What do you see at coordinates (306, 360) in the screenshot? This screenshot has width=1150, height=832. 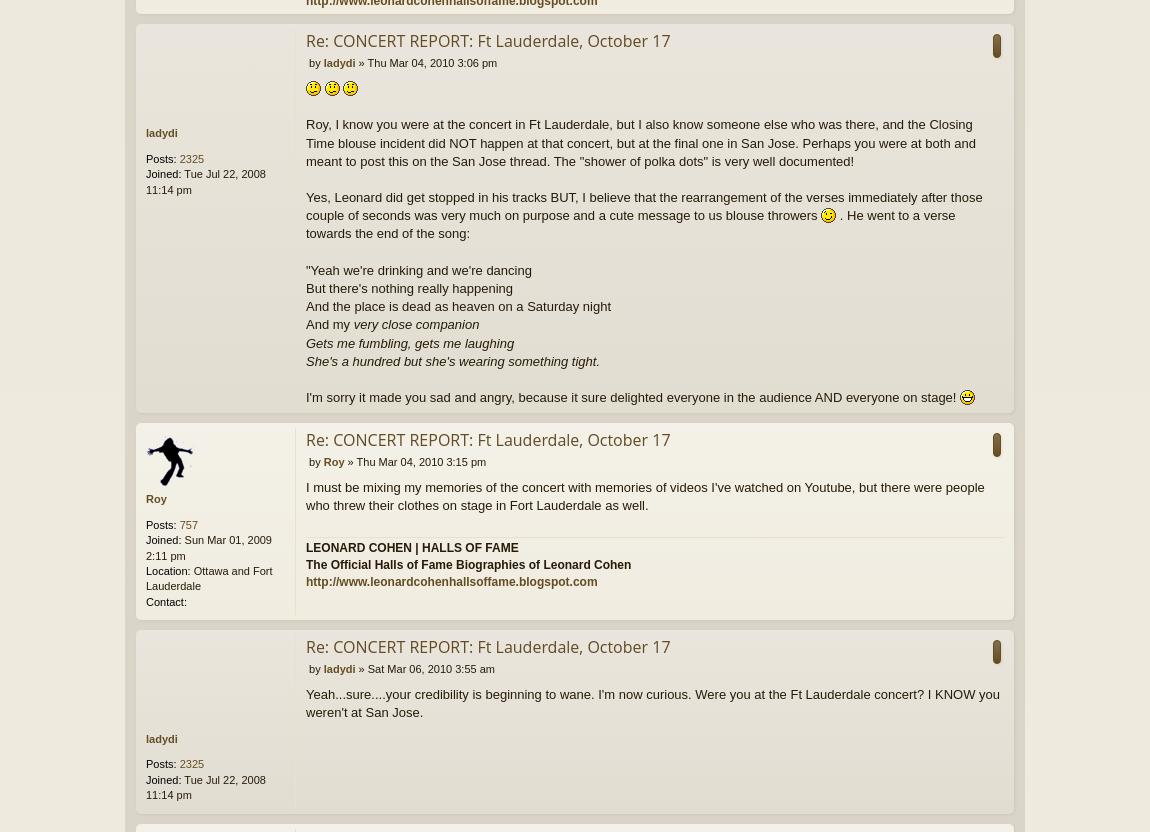 I see `'She's a hundred but she's wearing something tight.'` at bounding box center [306, 360].